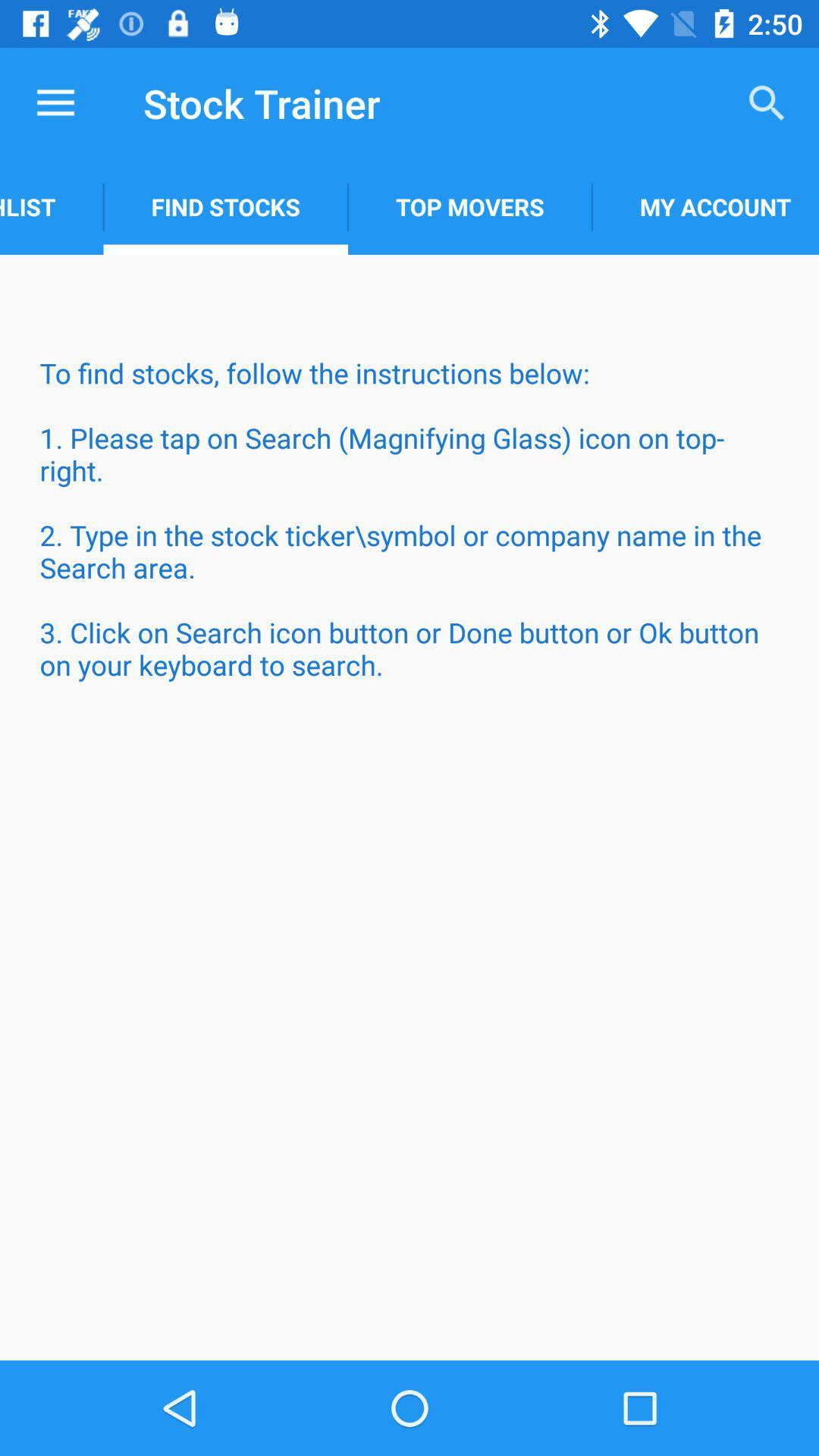  I want to click on the item above the watchlist item, so click(55, 102).